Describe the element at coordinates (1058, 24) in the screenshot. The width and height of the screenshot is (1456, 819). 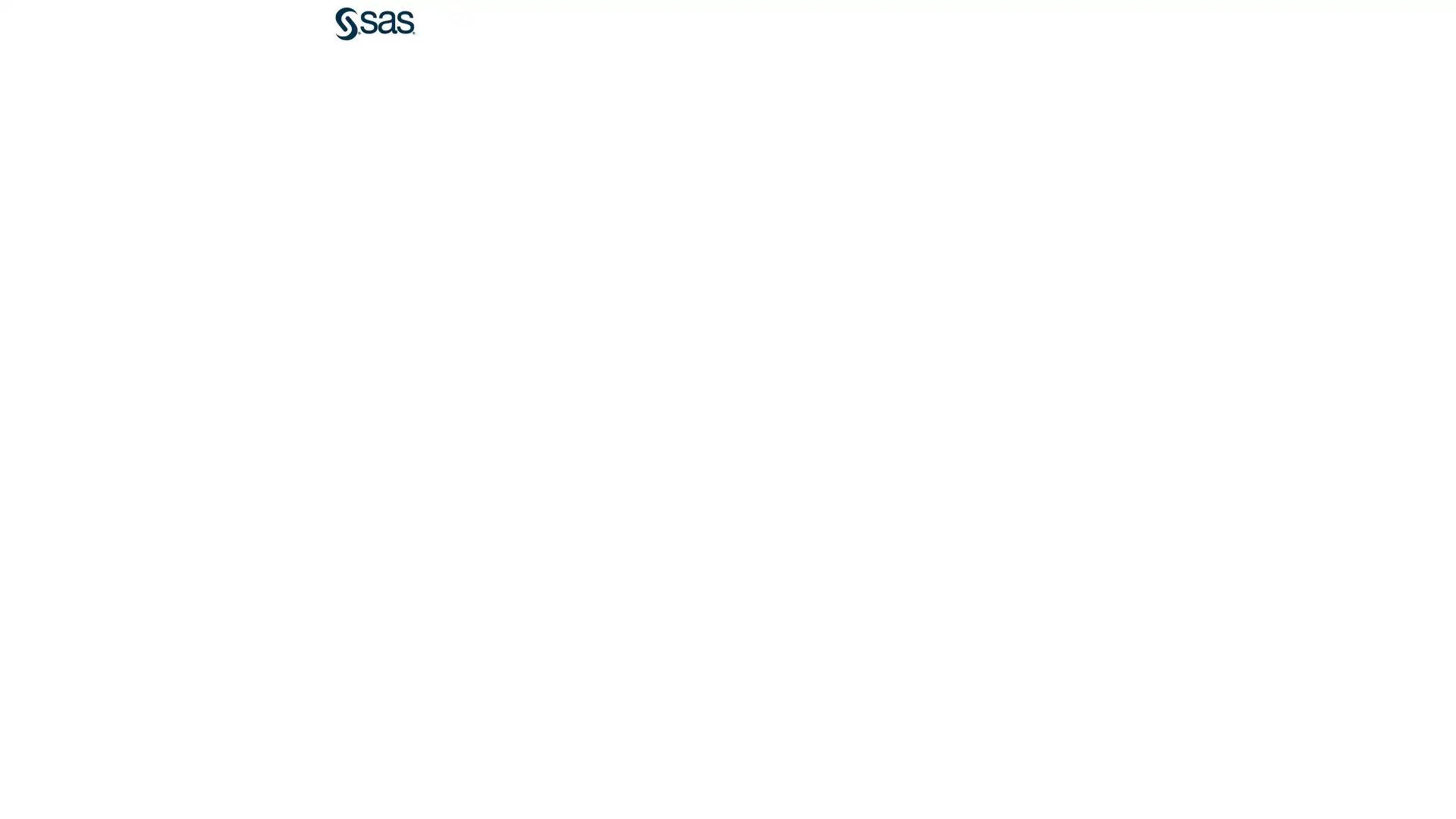
I see `Worldwide Sites` at that location.